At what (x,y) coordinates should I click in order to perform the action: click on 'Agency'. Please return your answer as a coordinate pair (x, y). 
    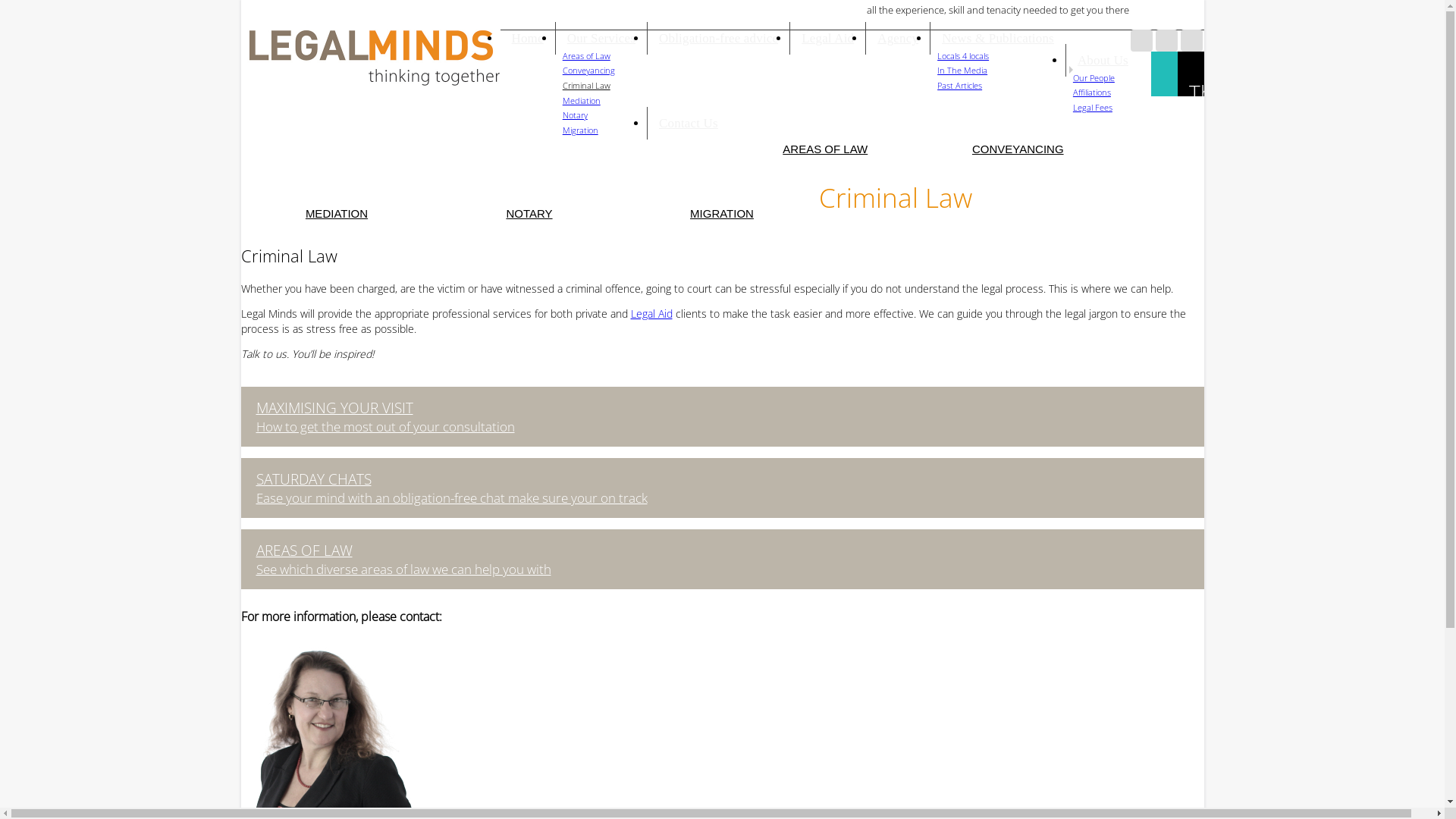
    Looking at the image, I should click on (865, 37).